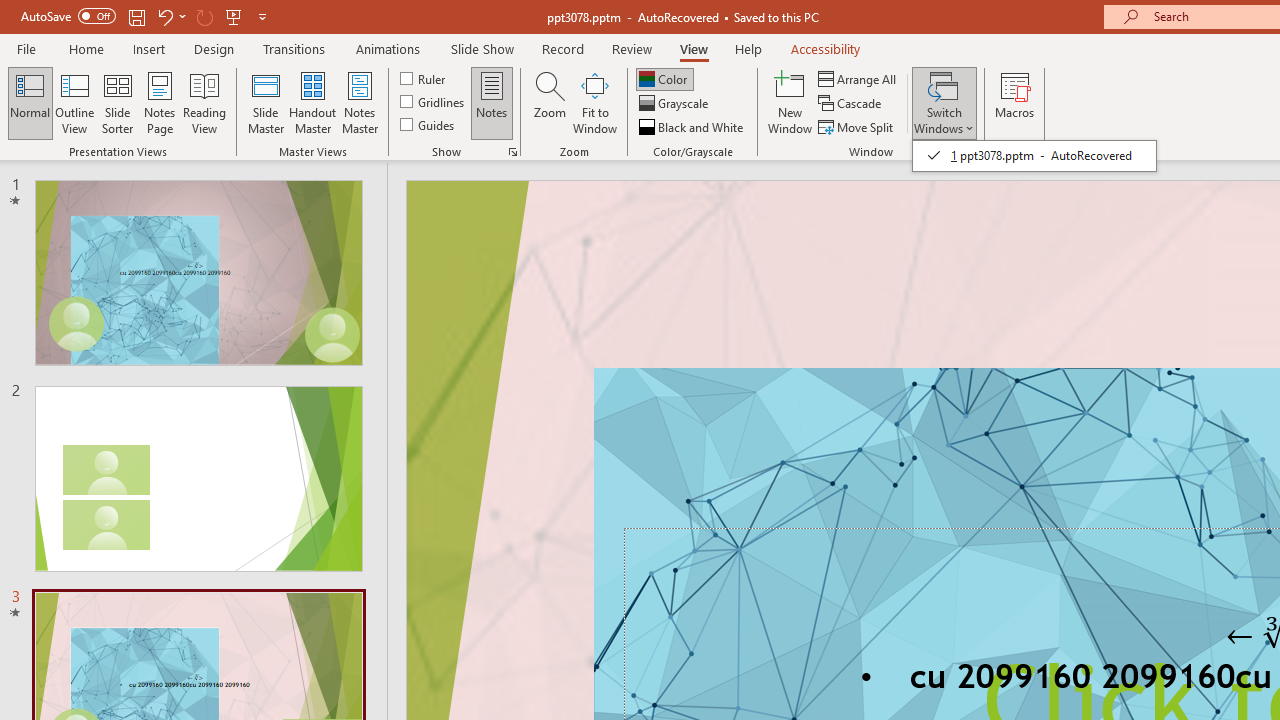 Image resolution: width=1280 pixels, height=720 pixels. What do you see at coordinates (594, 103) in the screenshot?
I see `'Fit to Window'` at bounding box center [594, 103].